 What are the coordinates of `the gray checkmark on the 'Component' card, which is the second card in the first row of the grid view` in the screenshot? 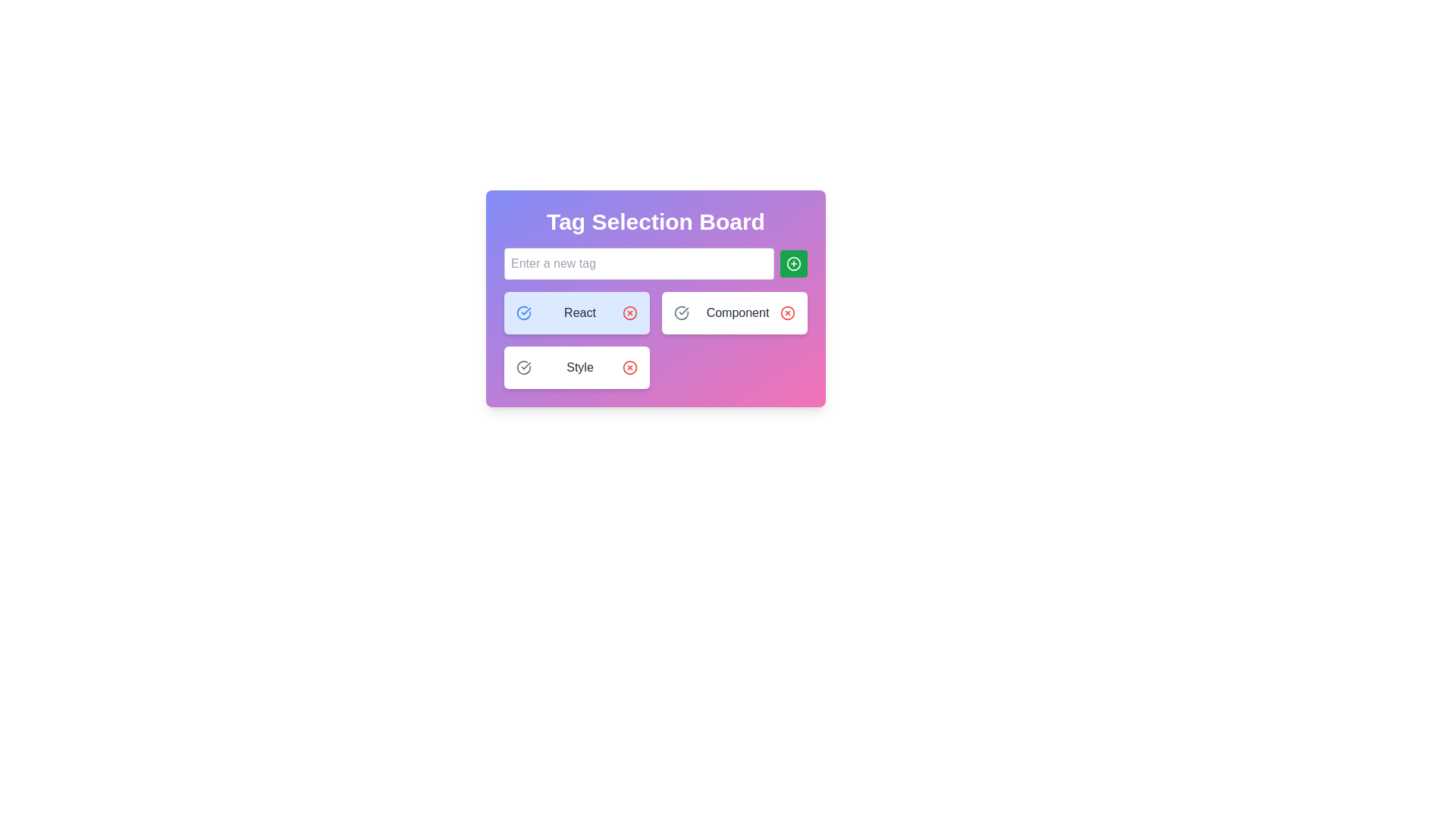 It's located at (735, 312).